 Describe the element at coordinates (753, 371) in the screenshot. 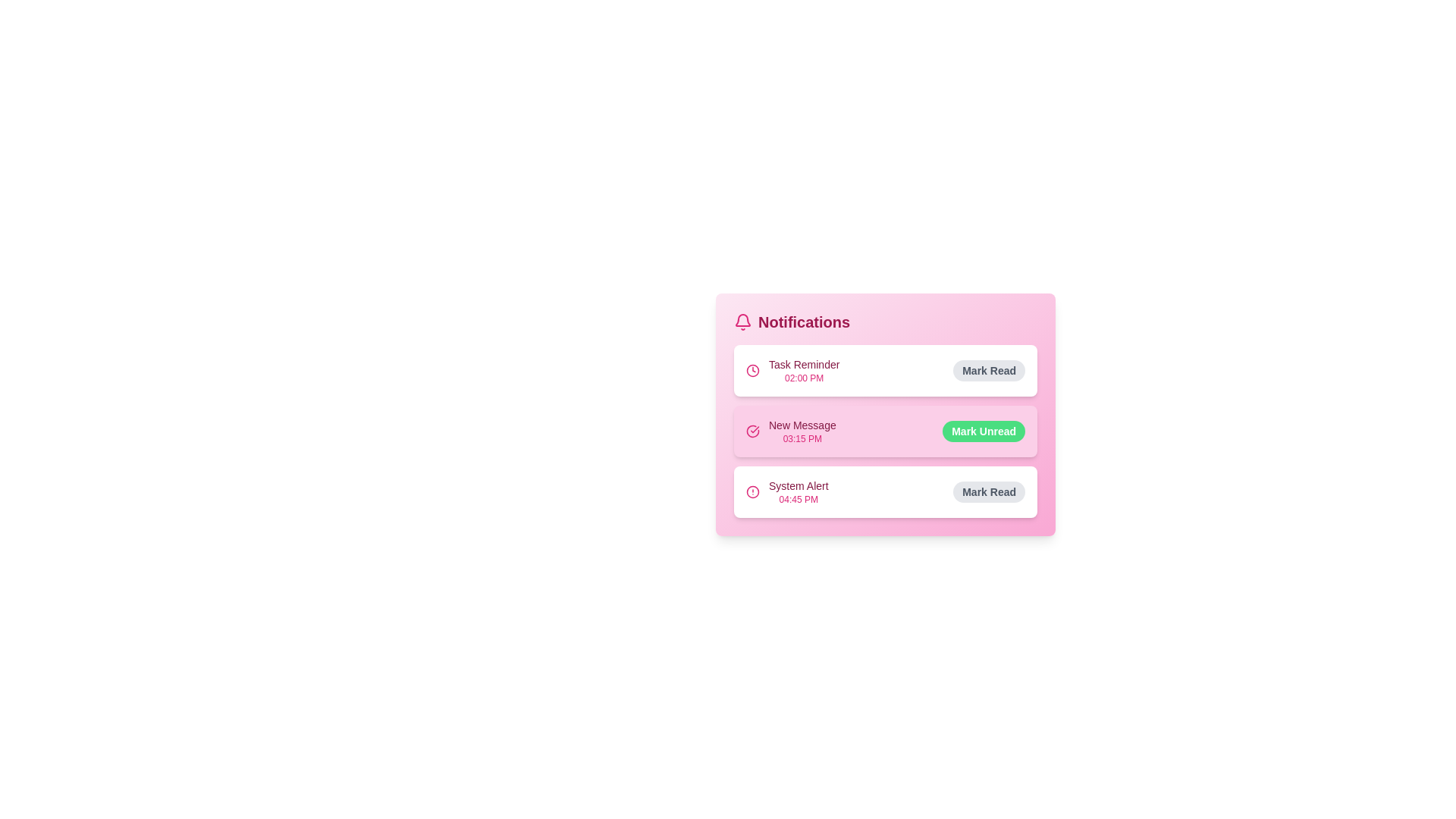

I see `the icon representing the notification type Task Reminder` at that location.